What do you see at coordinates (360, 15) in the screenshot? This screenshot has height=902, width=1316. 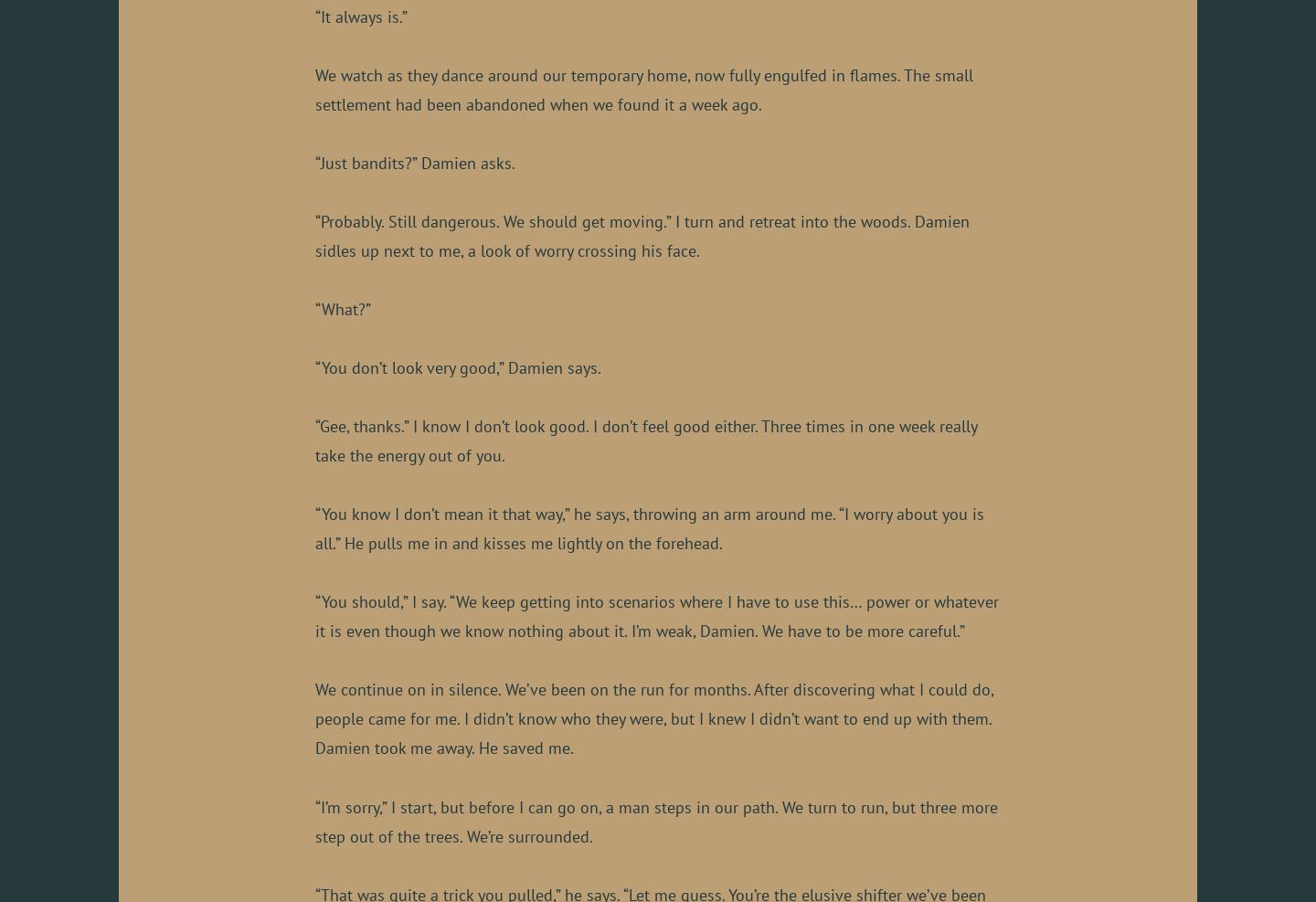 I see `'“It always is.”'` at bounding box center [360, 15].